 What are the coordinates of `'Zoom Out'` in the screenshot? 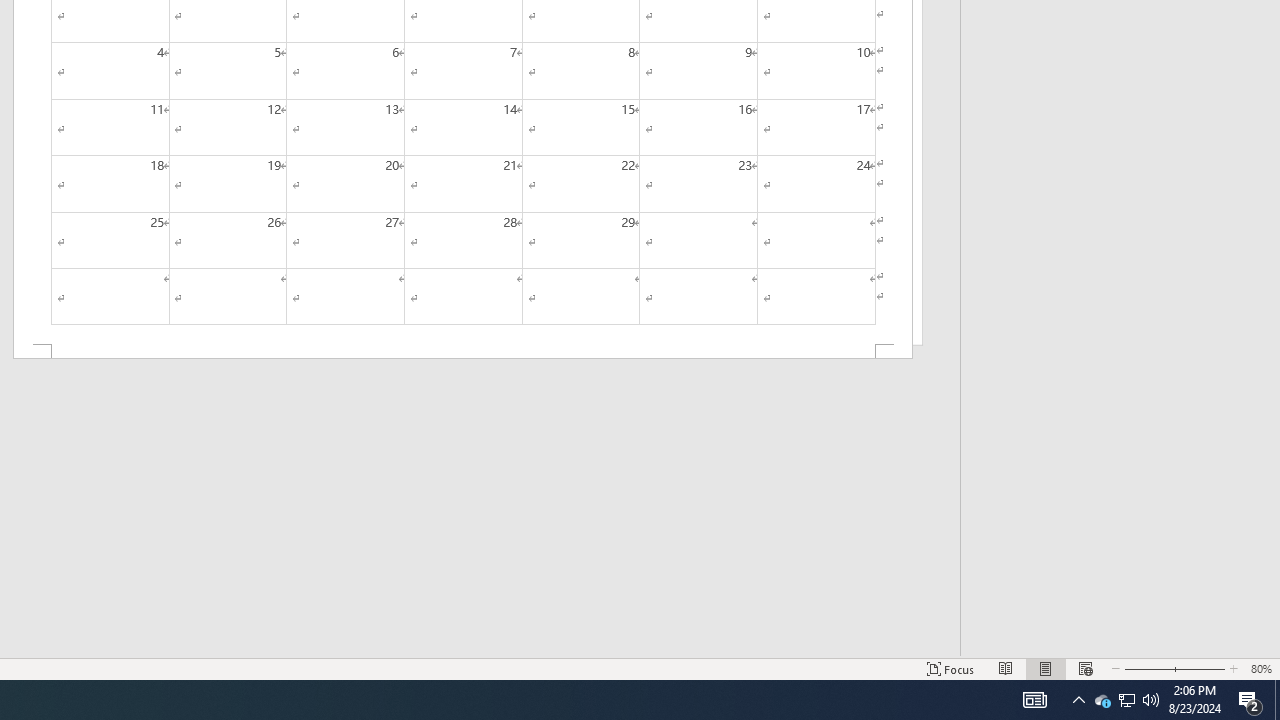 It's located at (1143, 669).